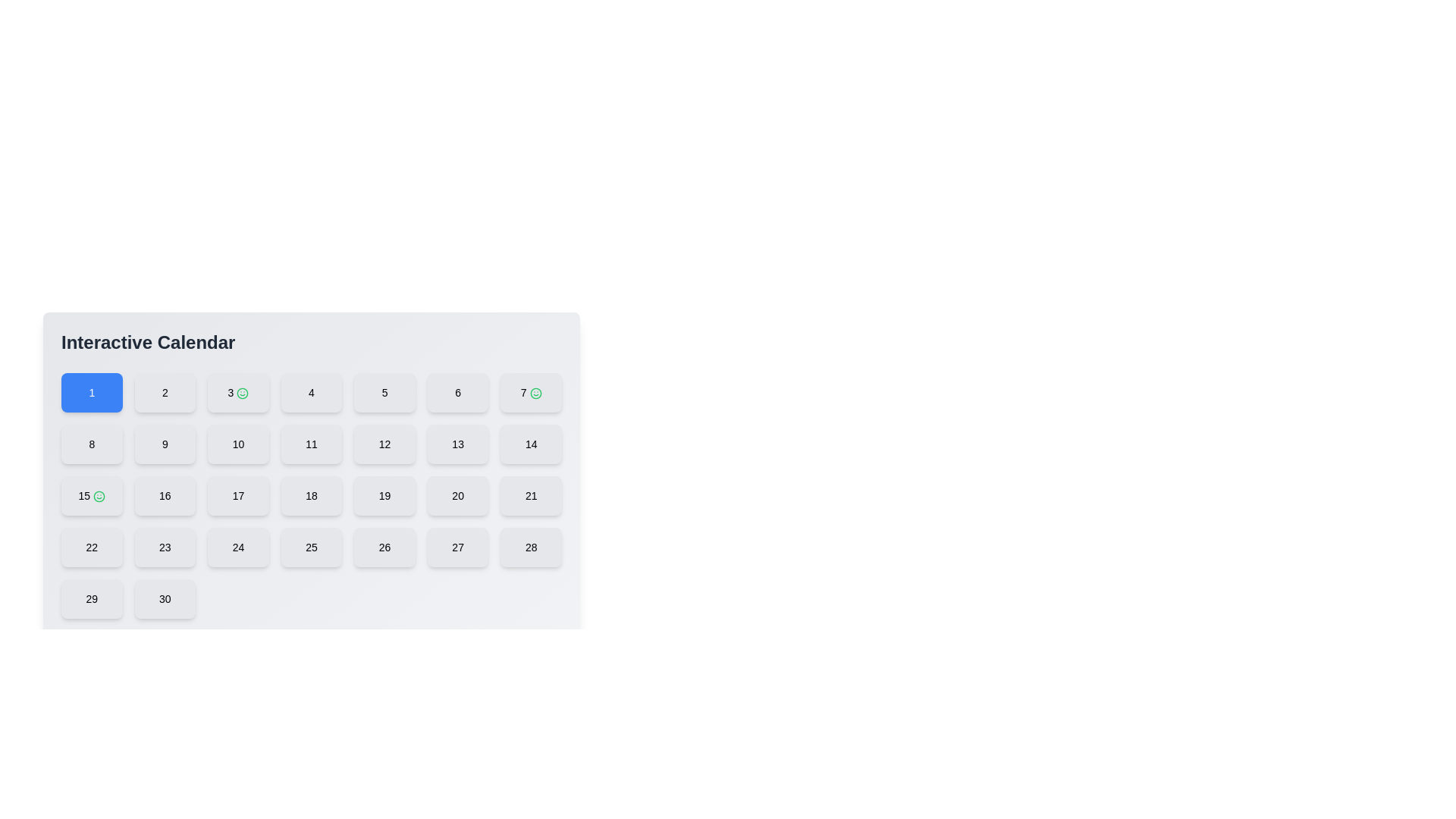  I want to click on the button labeled '15' in the calendar layout, which contains a positive status icon embedded to the right of the number '15', so click(99, 497).